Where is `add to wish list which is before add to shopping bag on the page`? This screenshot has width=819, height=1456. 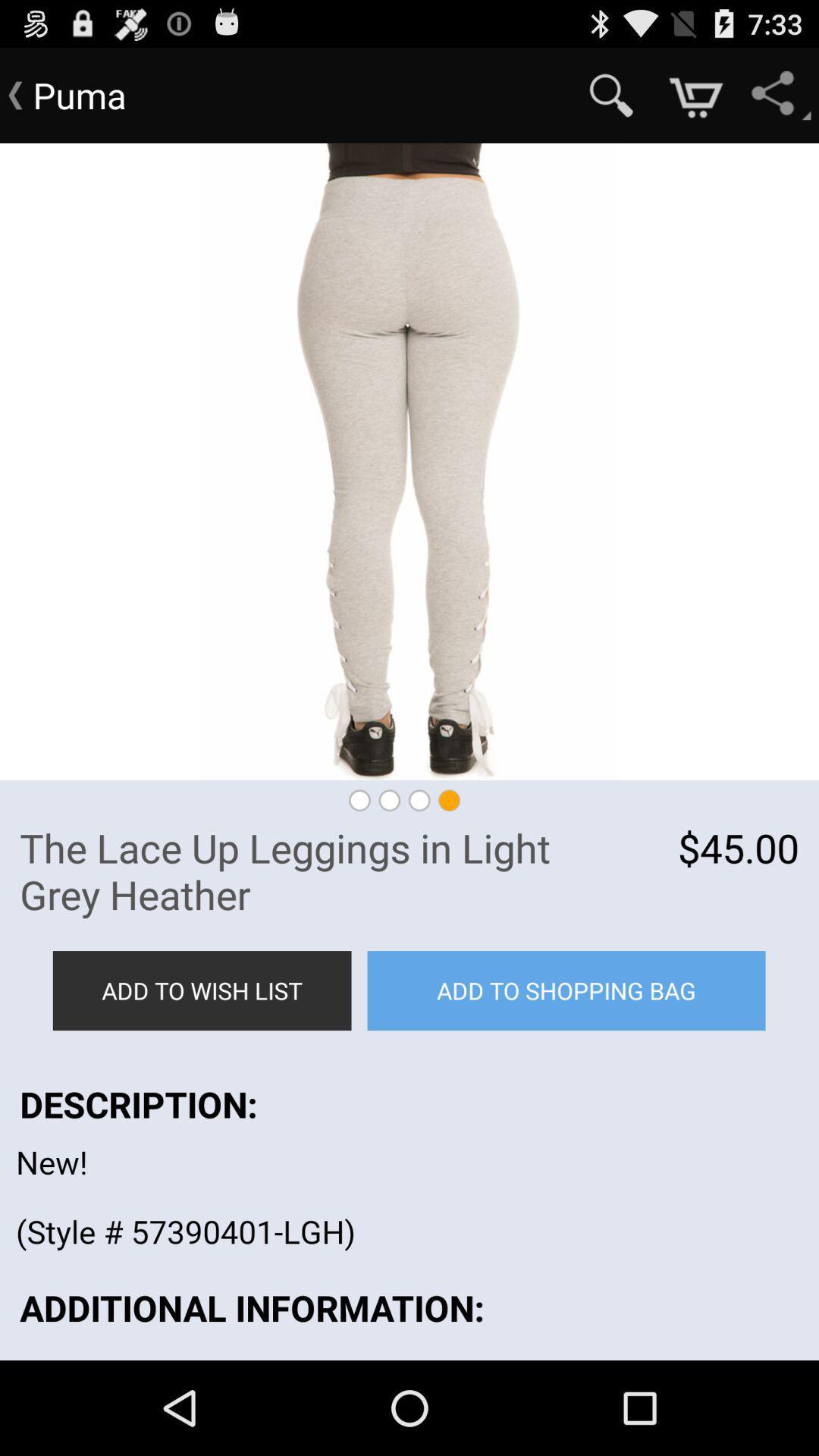
add to wish list which is before add to shopping bag on the page is located at coordinates (201, 990).